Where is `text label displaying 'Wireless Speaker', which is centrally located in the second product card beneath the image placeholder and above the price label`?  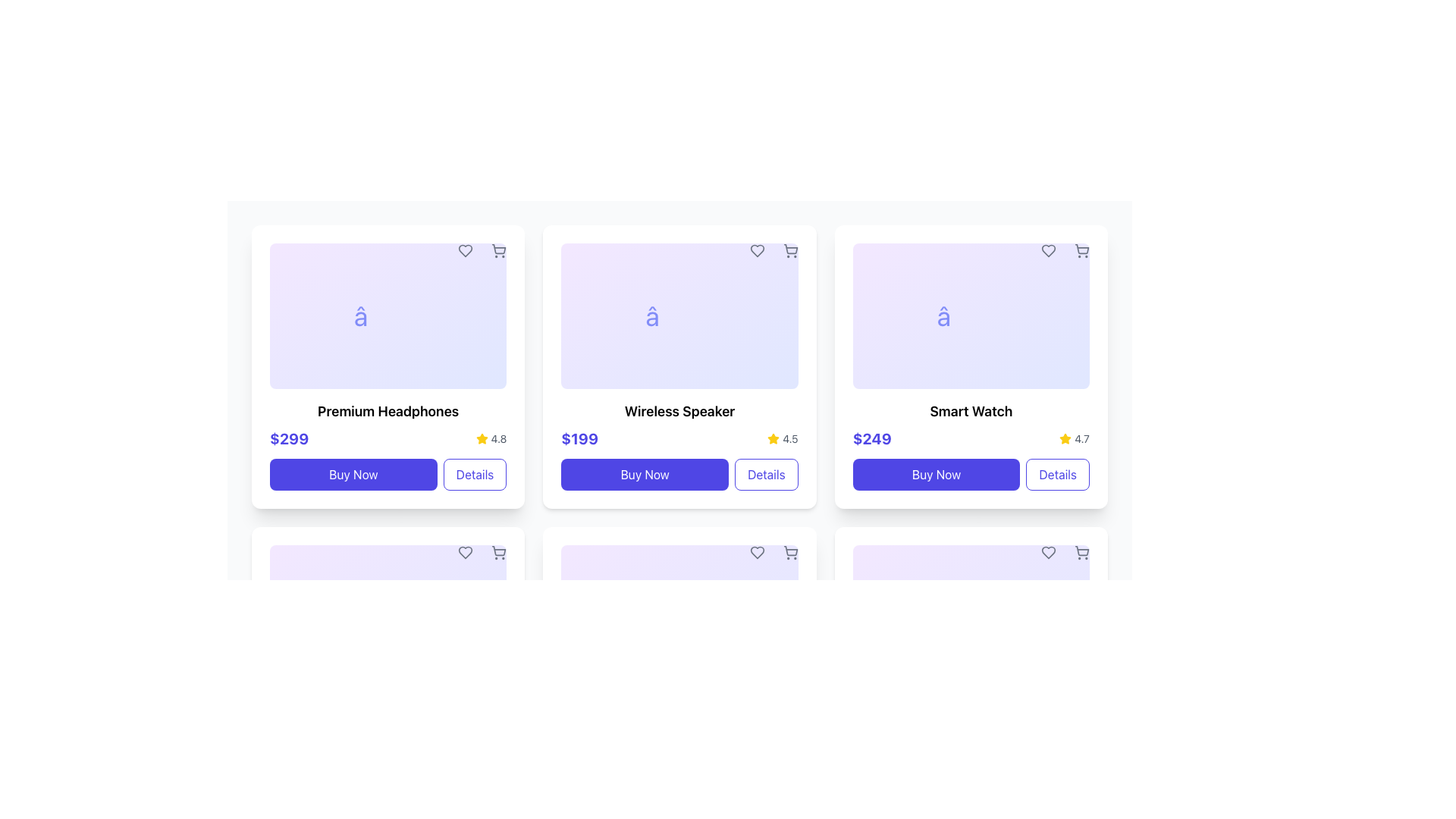
text label displaying 'Wireless Speaker', which is centrally located in the second product card beneath the image placeholder and above the price label is located at coordinates (679, 412).